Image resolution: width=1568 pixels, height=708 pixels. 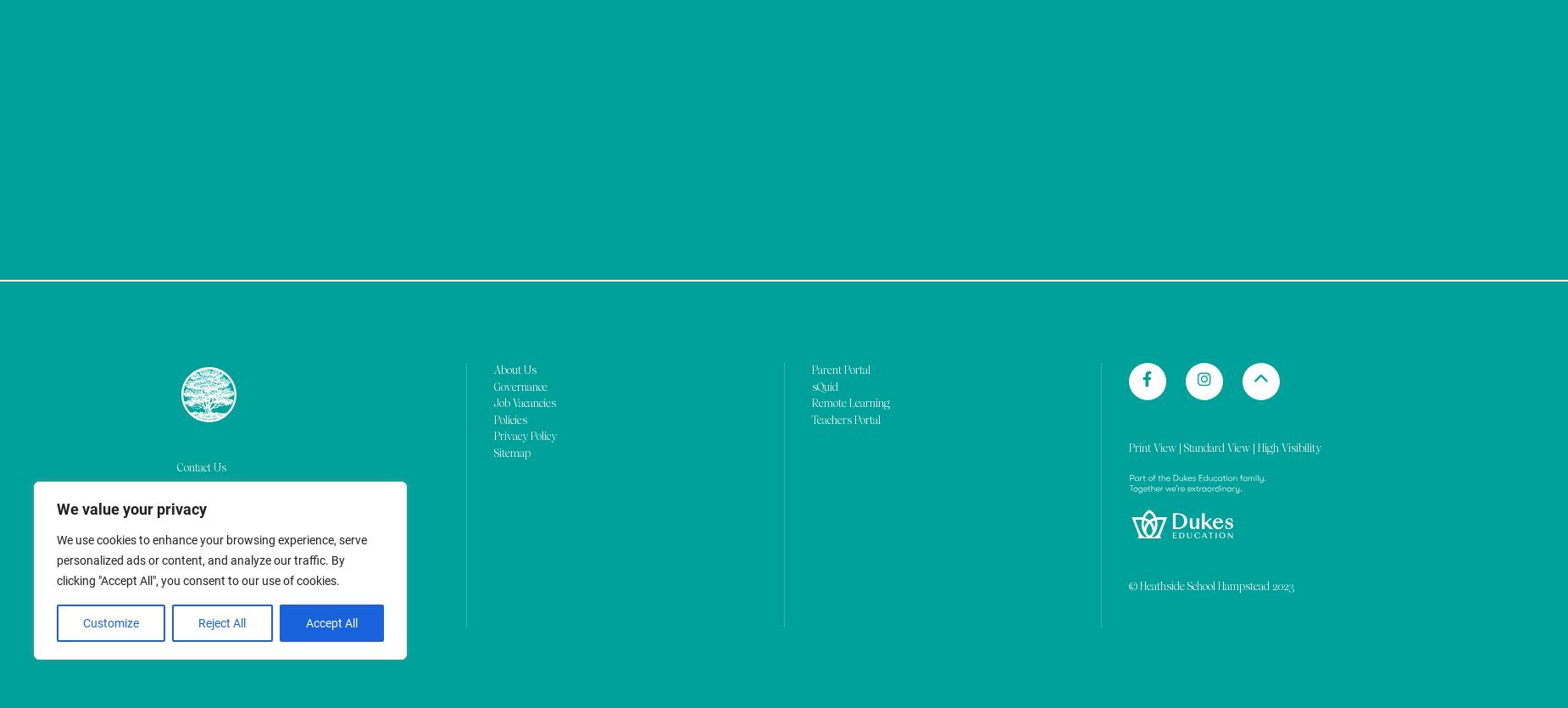 What do you see at coordinates (1127, 172) in the screenshot?
I see `'© Heathside School Hampstead 2023'` at bounding box center [1127, 172].